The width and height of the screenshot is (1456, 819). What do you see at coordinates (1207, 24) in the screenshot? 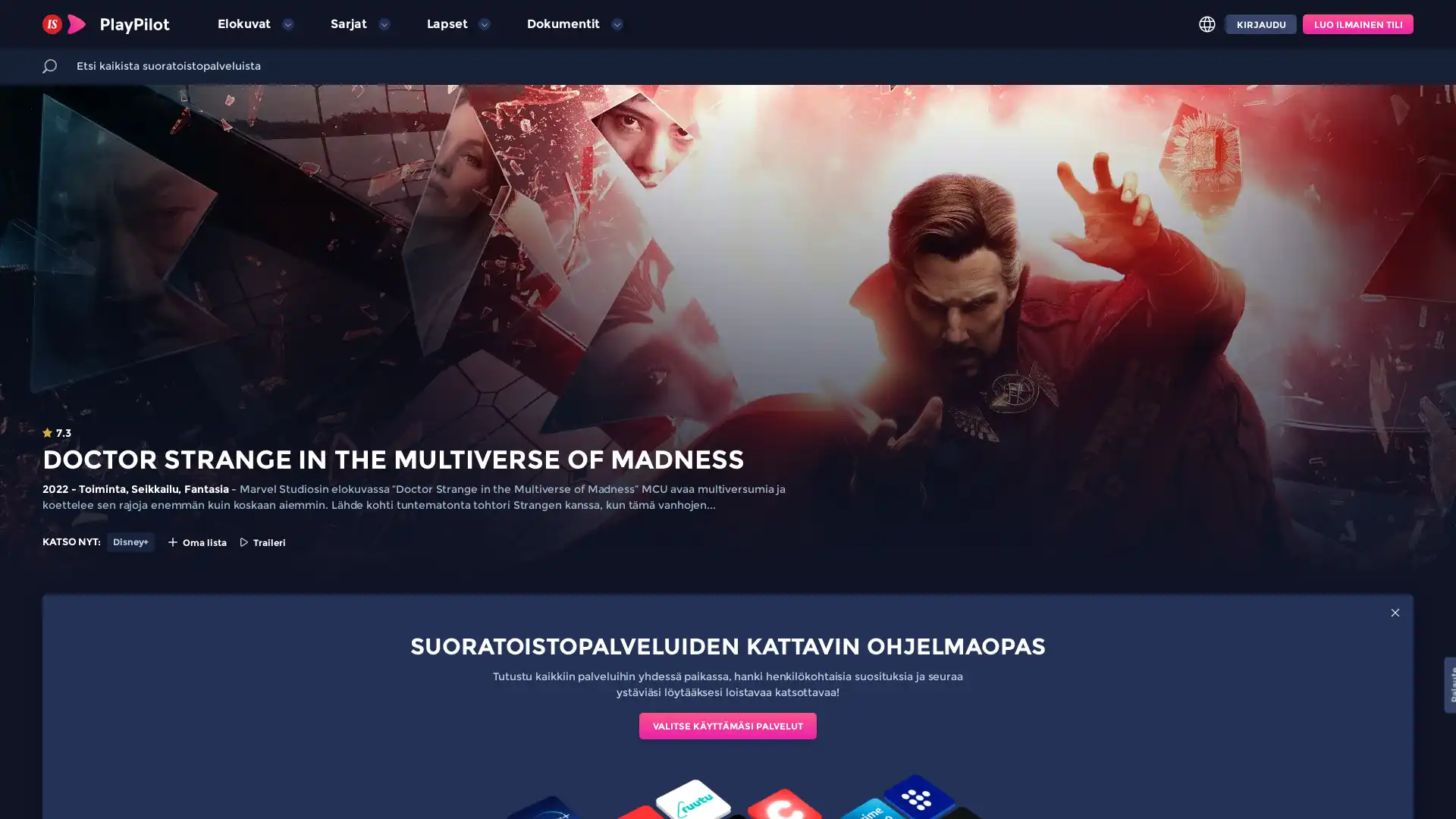
I see `Select country and language` at bounding box center [1207, 24].